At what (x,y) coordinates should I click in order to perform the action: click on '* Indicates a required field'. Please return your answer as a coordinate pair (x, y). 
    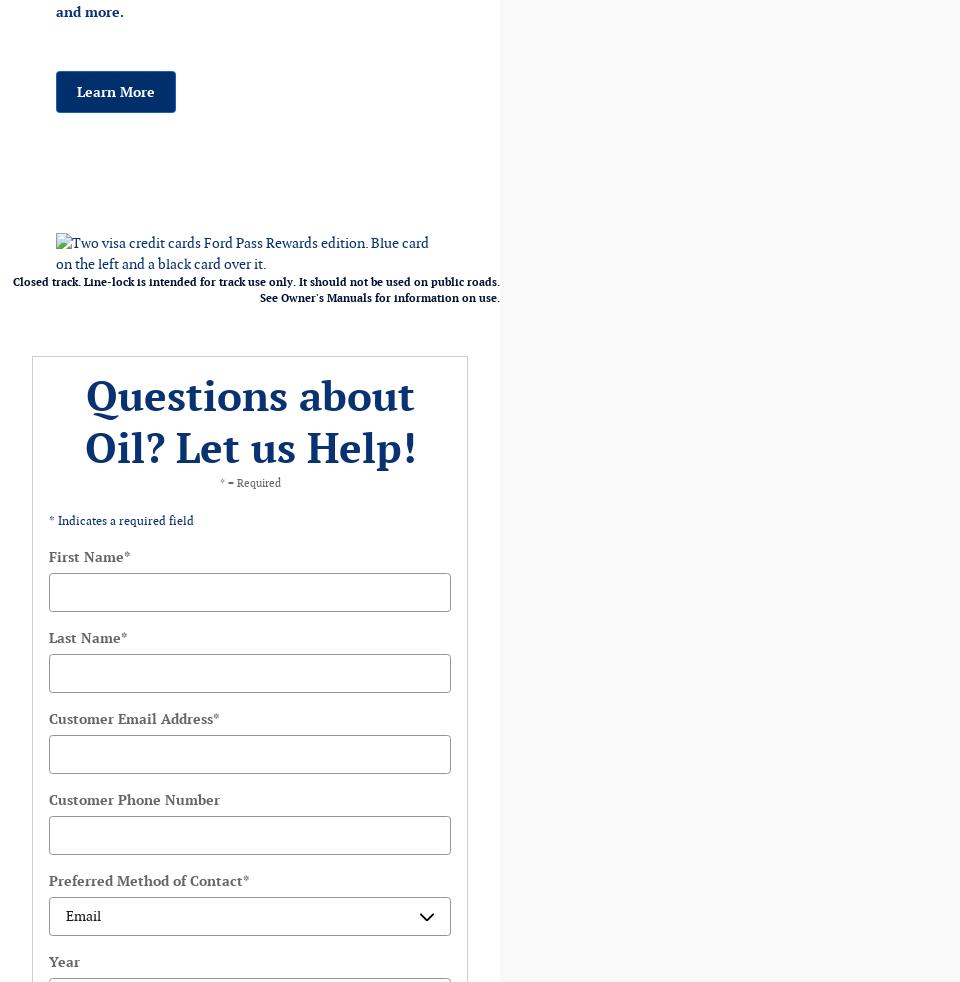
    Looking at the image, I should click on (47, 520).